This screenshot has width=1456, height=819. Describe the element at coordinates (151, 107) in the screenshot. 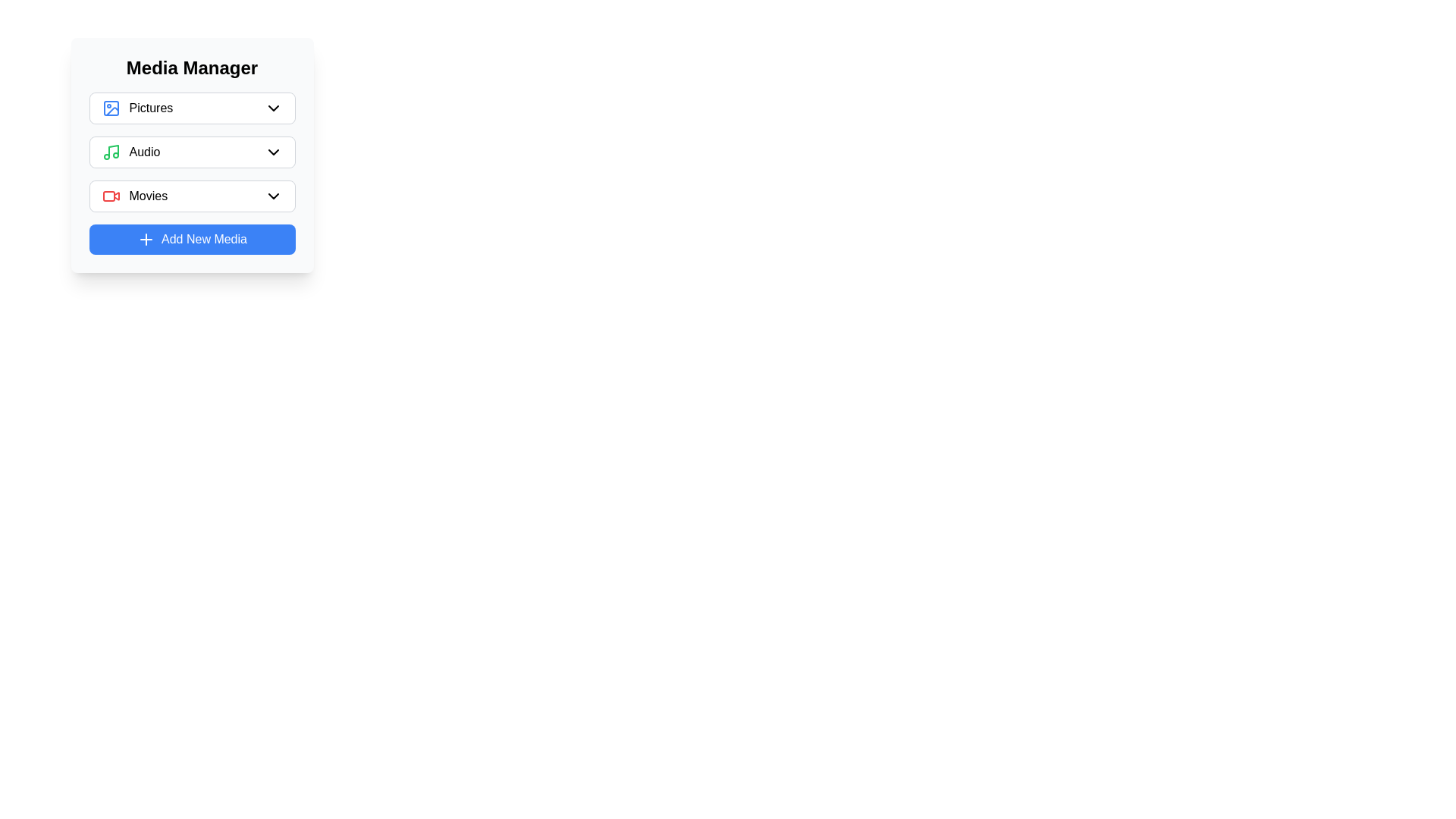

I see `the 'Pictures' text label, which is bold and positioned next to a blue picture icon in the Media Manager interface` at that location.